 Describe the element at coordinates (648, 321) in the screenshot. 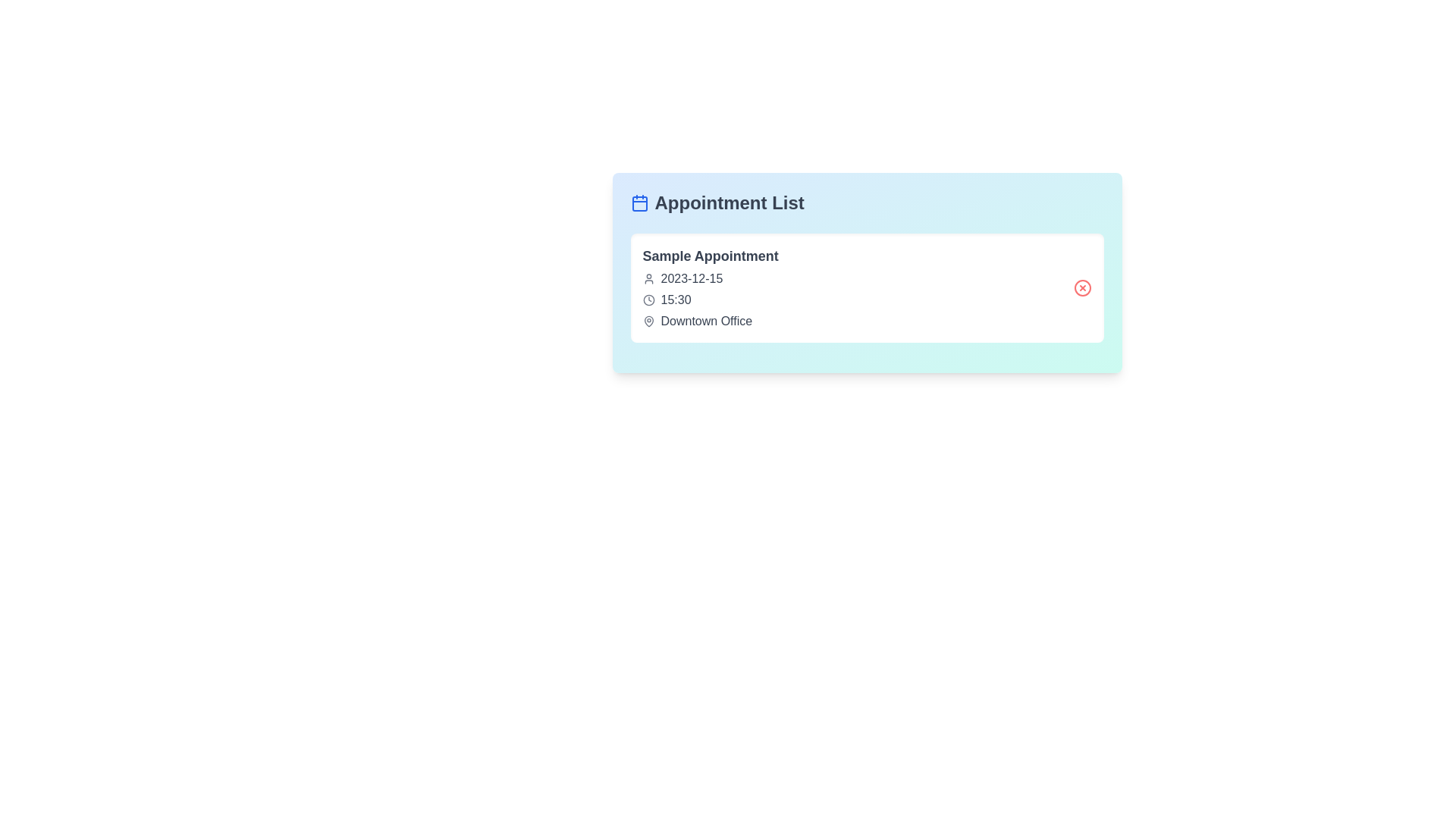

I see `the geographical location icon represented by a larger map pin shape in the third row of the appointment details card, positioned to the left of the text 'Downtown Office'` at that location.